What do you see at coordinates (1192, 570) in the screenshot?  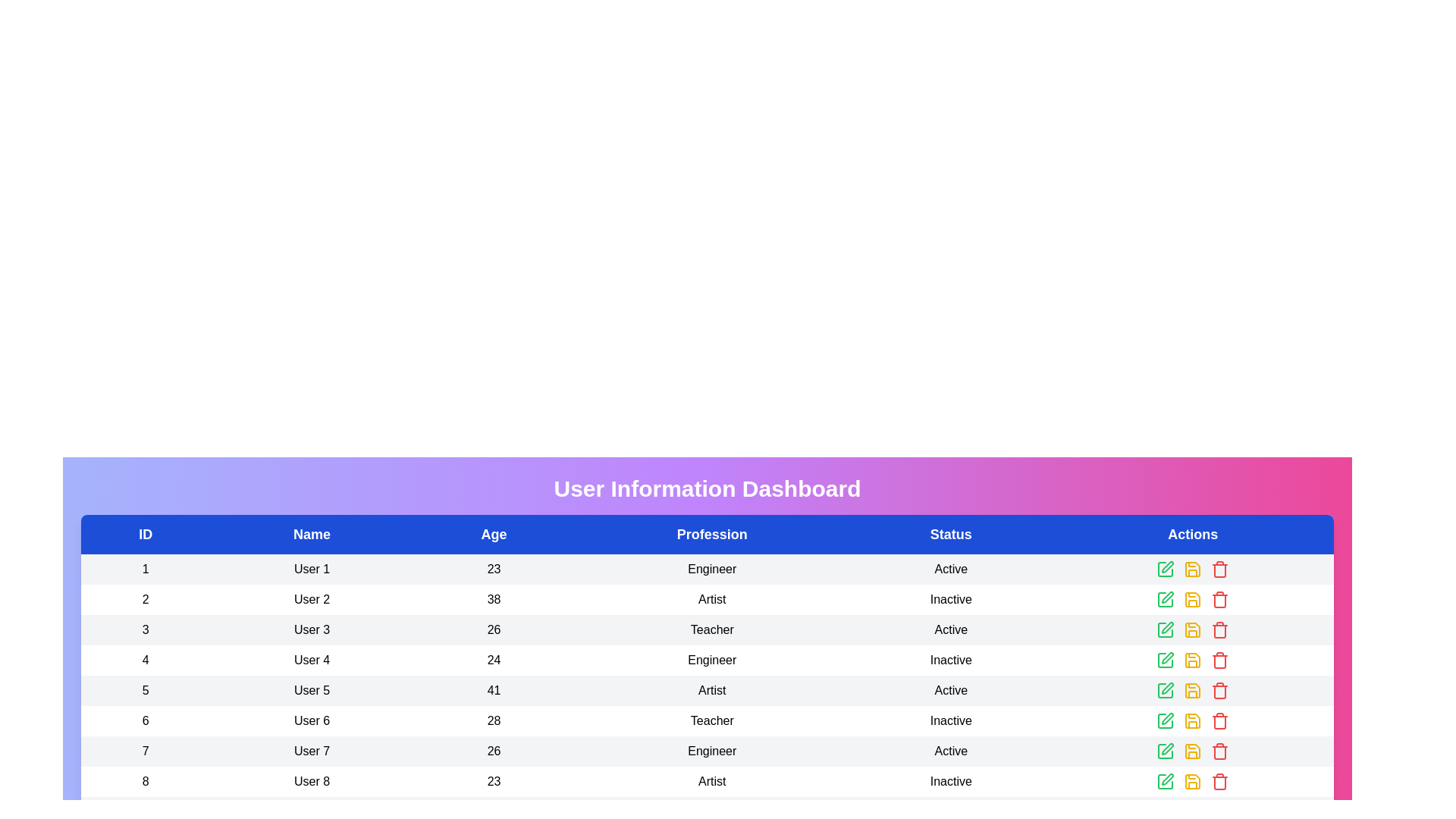 I see `the save icon in the row corresponding to User 1` at bounding box center [1192, 570].